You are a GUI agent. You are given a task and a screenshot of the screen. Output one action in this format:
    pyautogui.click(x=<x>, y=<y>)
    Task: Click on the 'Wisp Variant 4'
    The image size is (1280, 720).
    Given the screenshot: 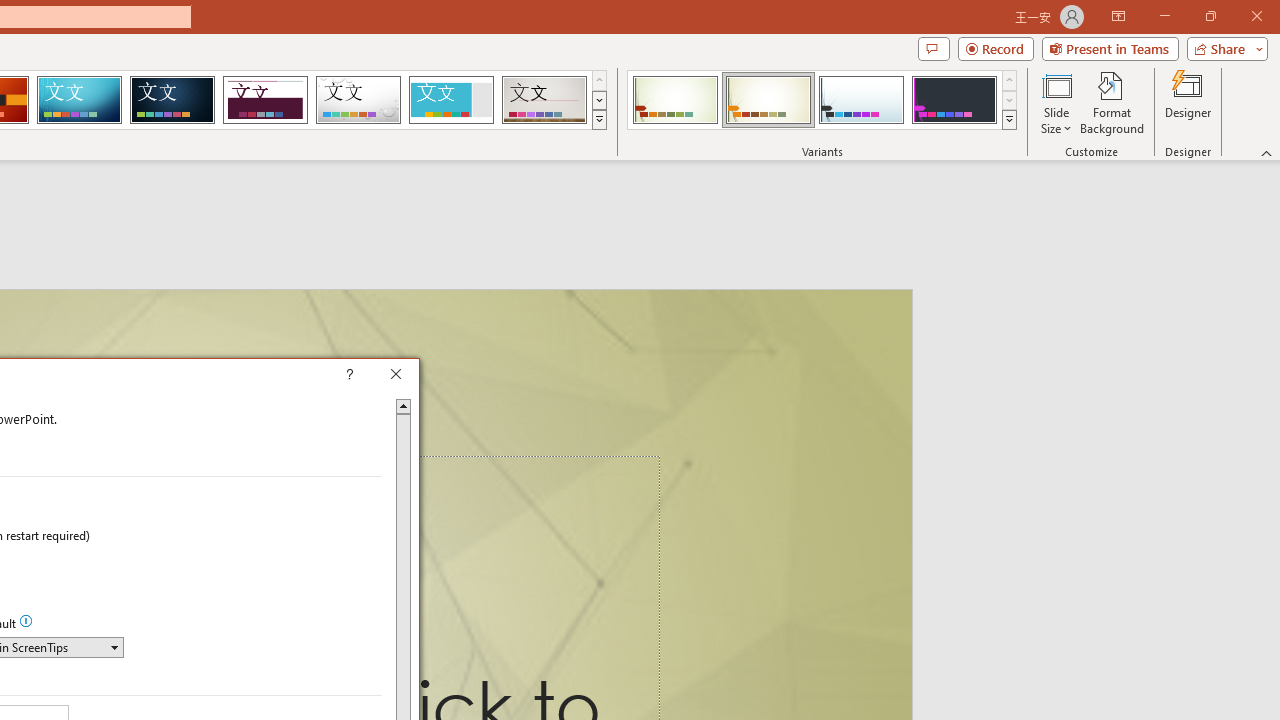 What is the action you would take?
    pyautogui.click(x=953, y=100)
    